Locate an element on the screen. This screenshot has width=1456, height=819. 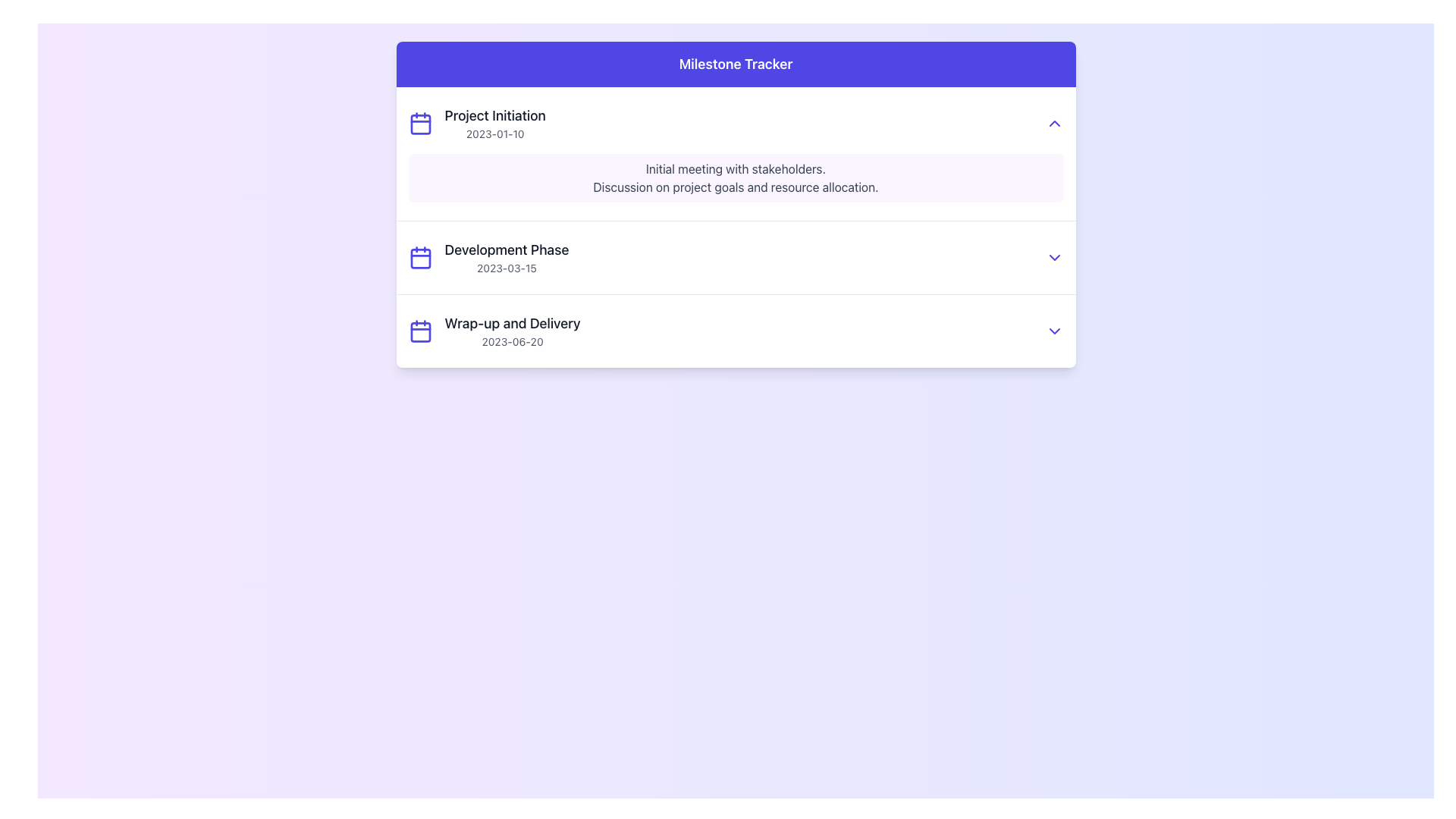
text content of the Text Label displaying 'Development Phase' and '2023-03-15', which is the second milestone in the list is located at coordinates (507, 256).